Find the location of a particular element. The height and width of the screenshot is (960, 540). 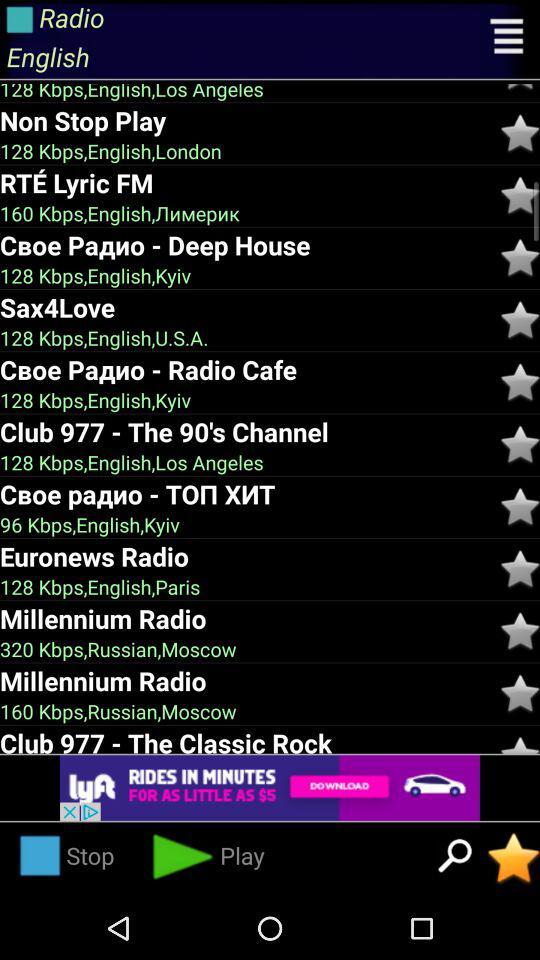

add favorite is located at coordinates (520, 87).